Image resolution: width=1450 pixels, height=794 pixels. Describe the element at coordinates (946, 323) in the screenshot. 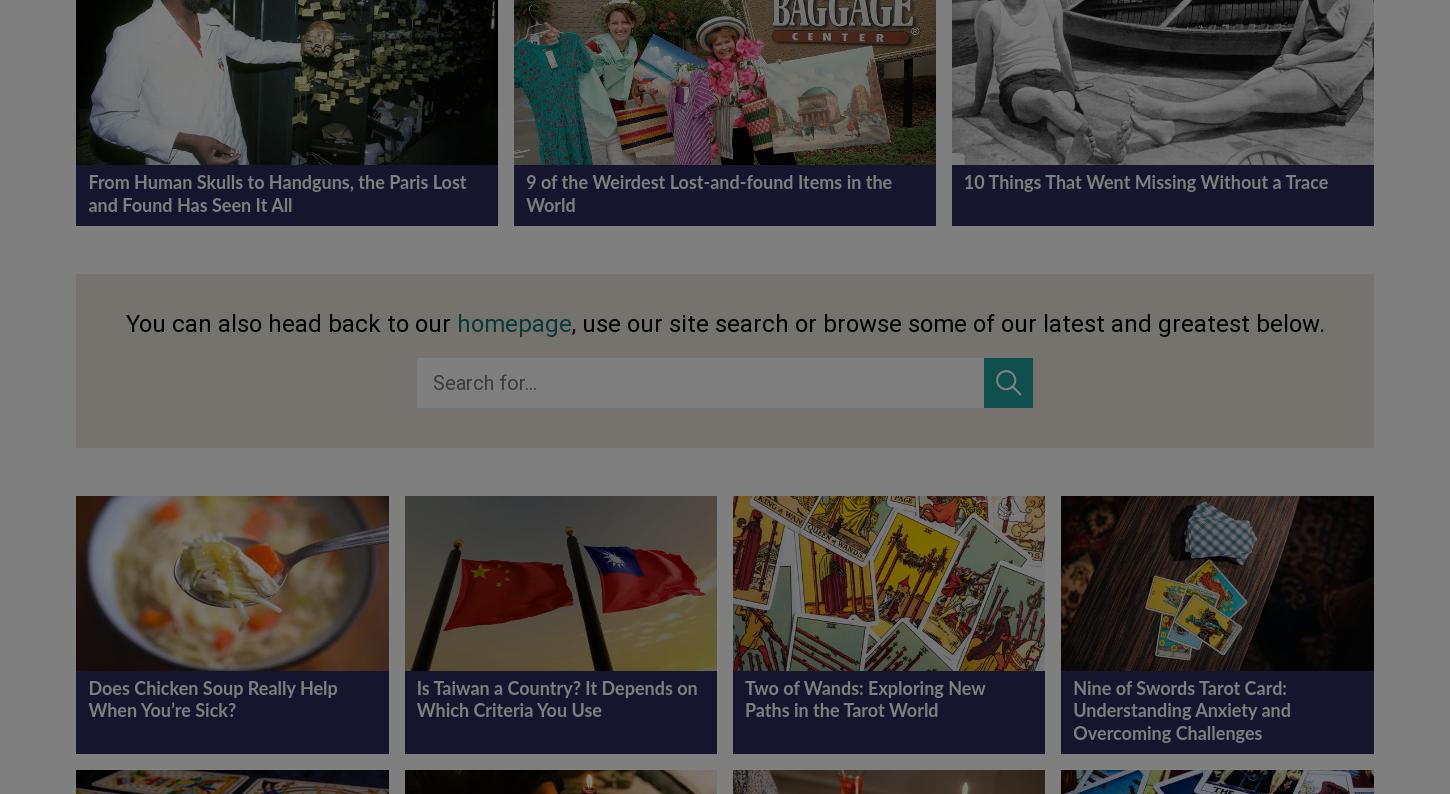

I see `', use our site search or browse some of our latest and greatest below.'` at that location.